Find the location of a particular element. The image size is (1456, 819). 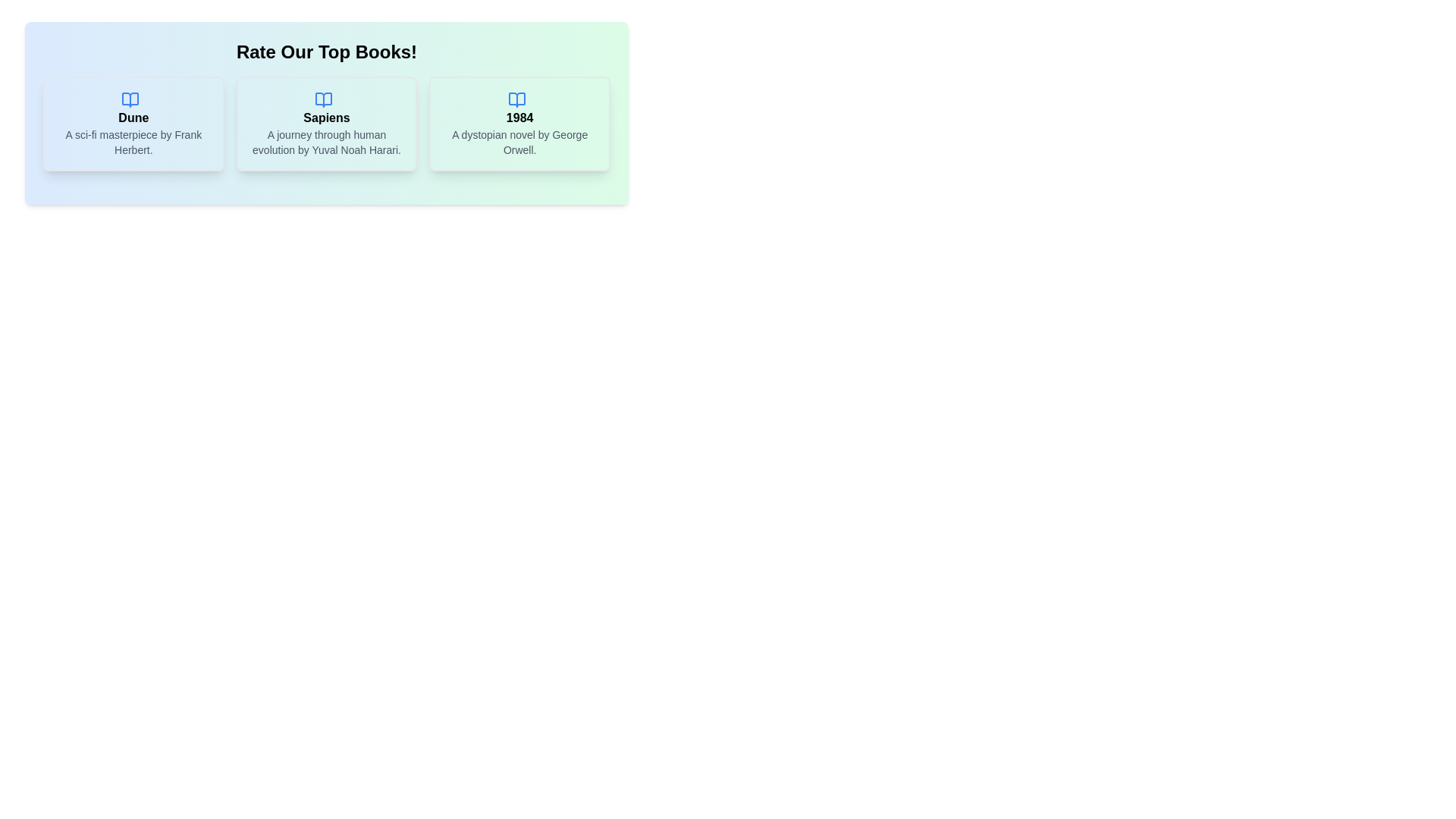

the text display element that shows the title 'Dune' in bold font, located at the top of its containing card is located at coordinates (133, 117).